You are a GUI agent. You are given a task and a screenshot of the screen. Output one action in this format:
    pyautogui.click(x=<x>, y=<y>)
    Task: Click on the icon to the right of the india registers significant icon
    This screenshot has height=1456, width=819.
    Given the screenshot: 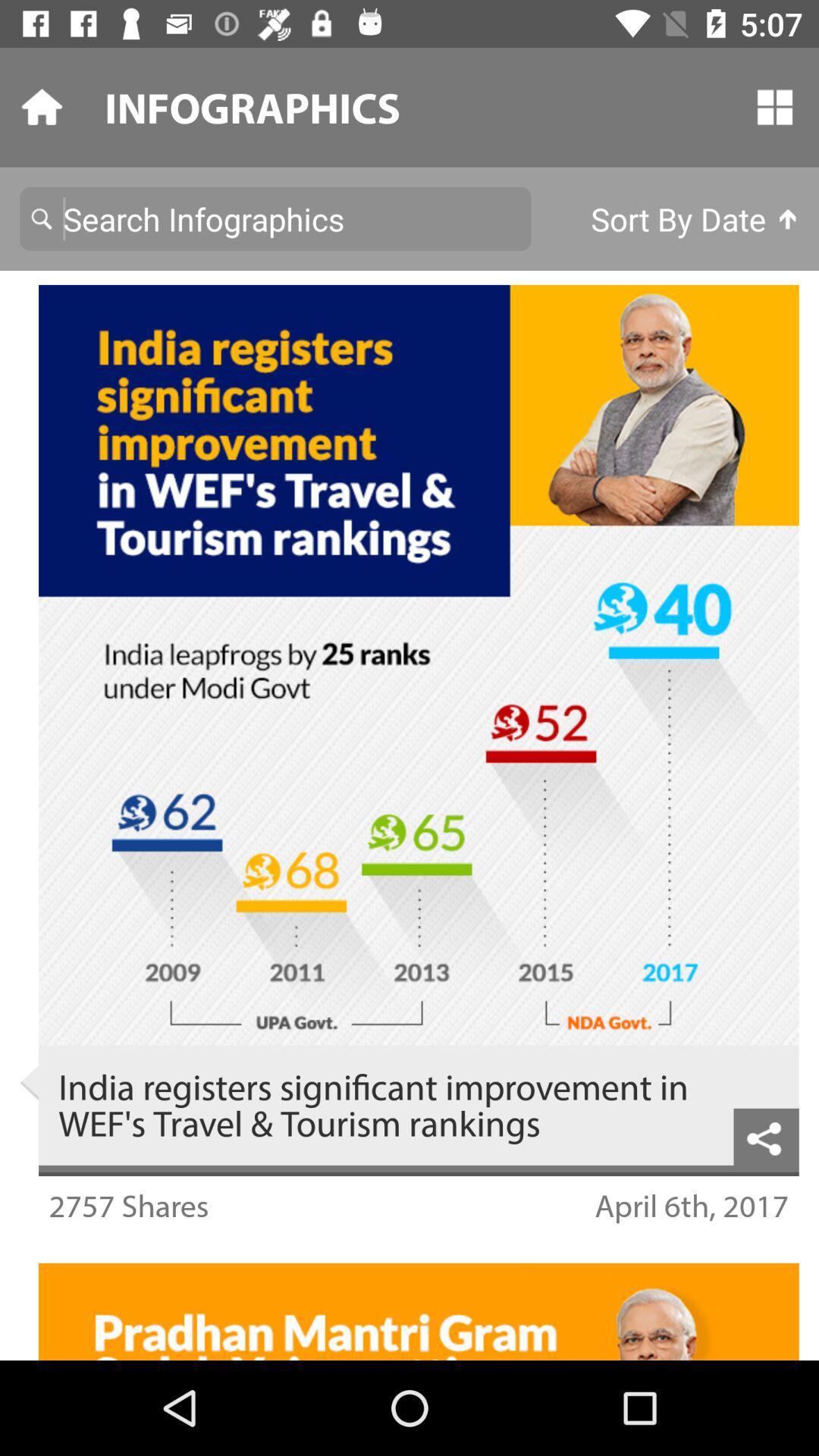 What is the action you would take?
    pyautogui.click(x=766, y=1137)
    